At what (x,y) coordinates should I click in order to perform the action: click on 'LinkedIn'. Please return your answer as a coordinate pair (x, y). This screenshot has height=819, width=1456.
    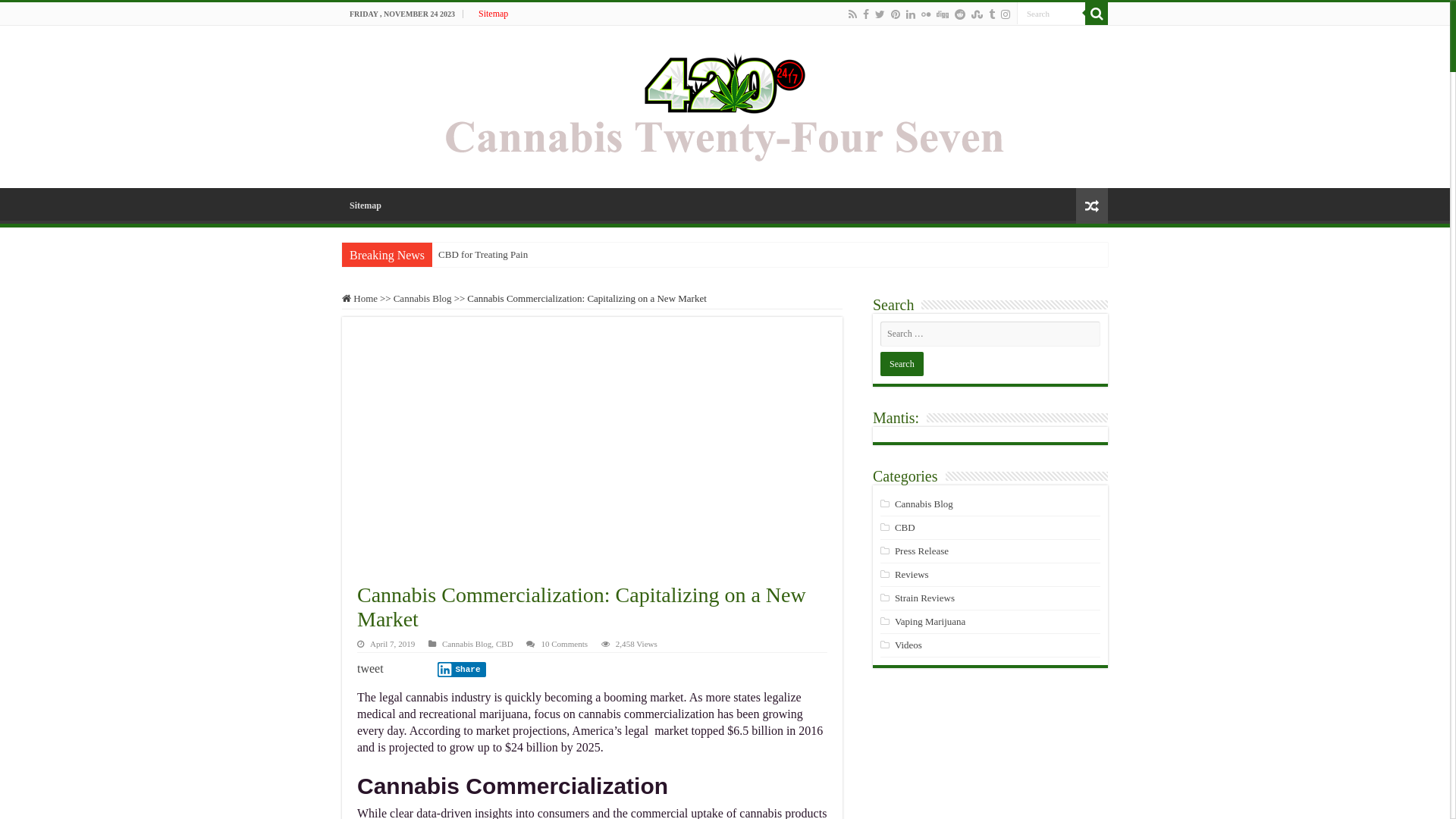
    Looking at the image, I should click on (905, 14).